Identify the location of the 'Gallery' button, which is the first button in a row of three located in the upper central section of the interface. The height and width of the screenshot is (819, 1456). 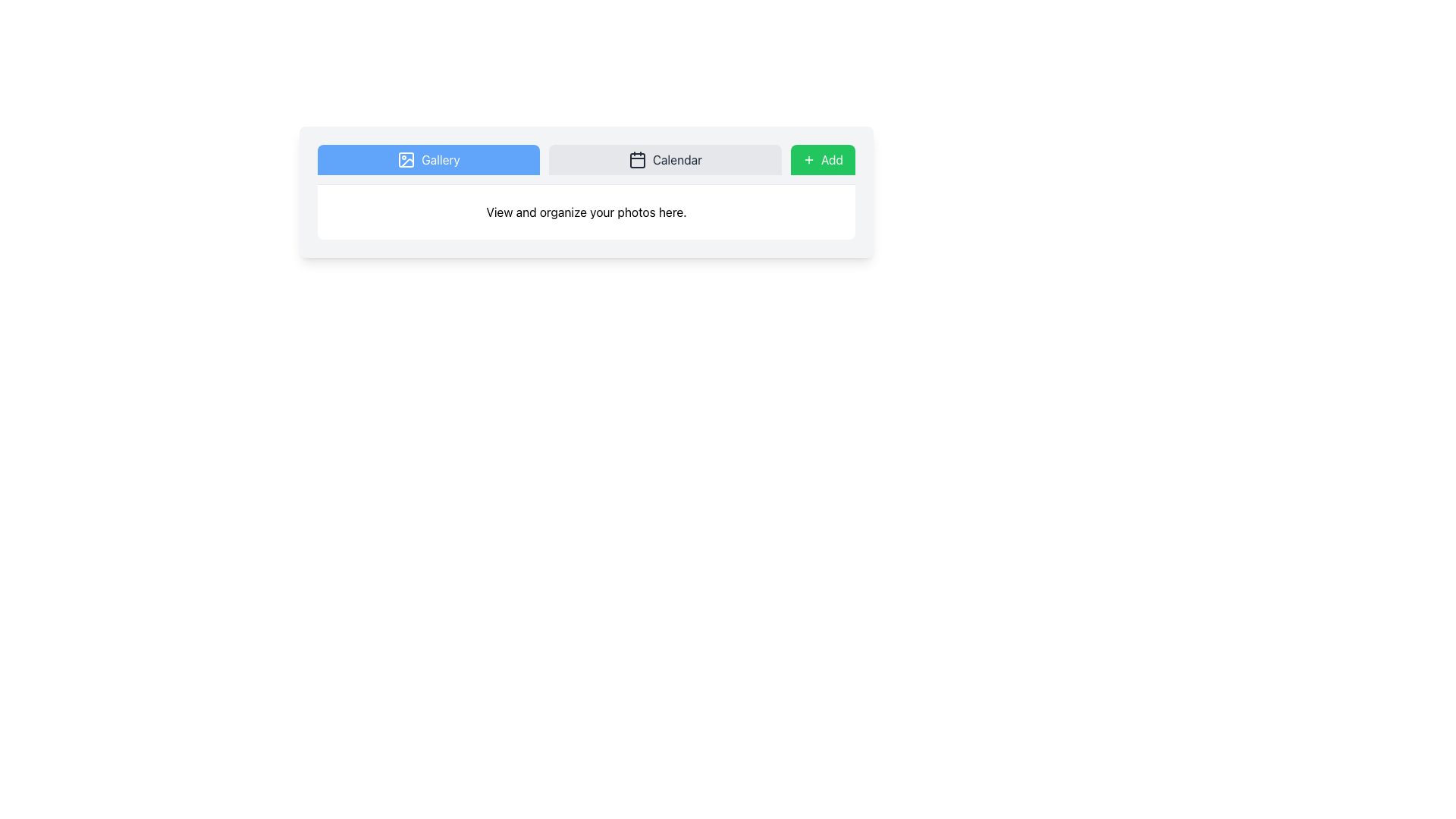
(428, 160).